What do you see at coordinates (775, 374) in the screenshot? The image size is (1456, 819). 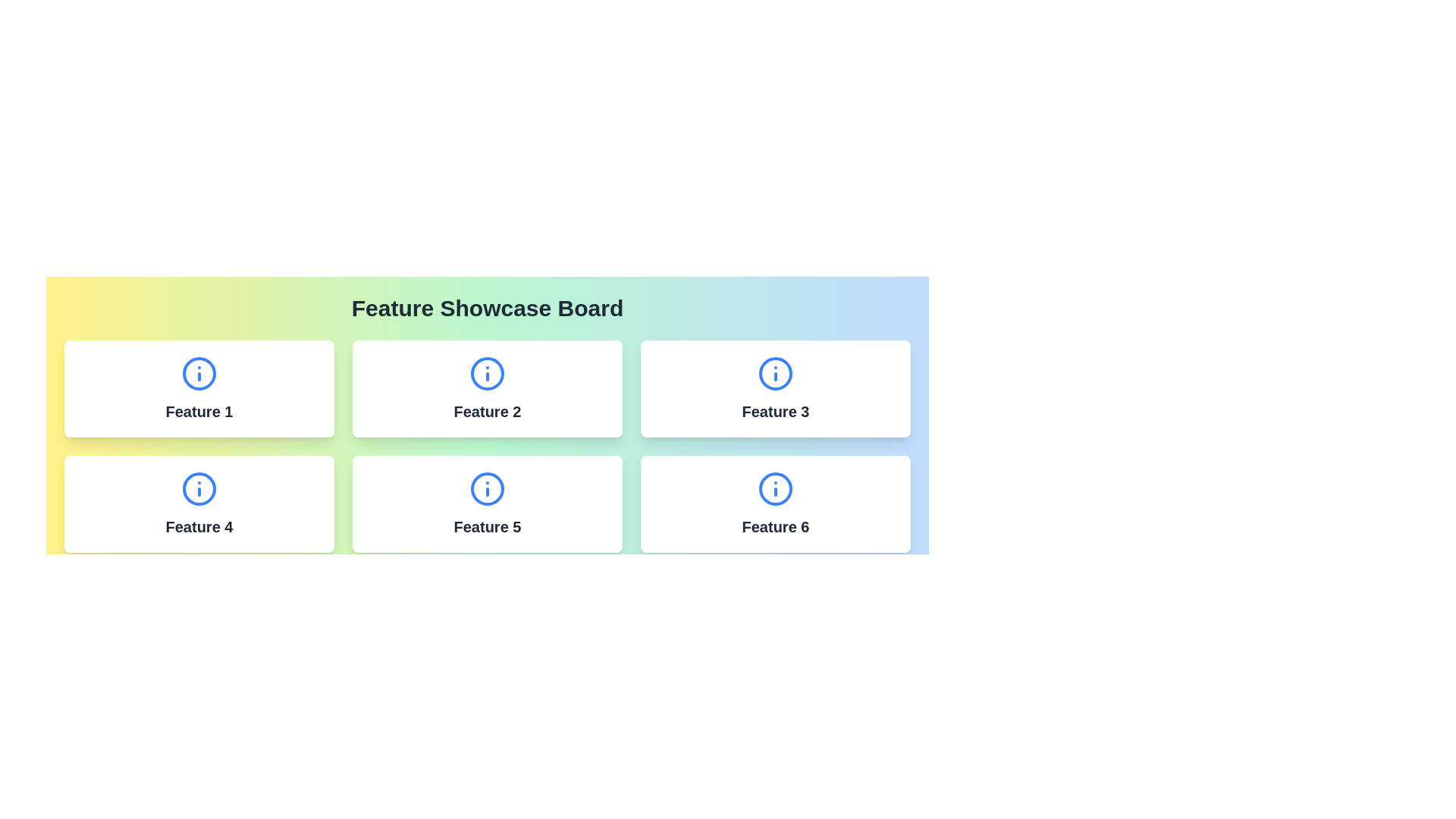 I see `the circular blue information icon located at the top-center of the card titled 'Feature 3', which is positioned in the top row, third from the left in a grid layout` at bounding box center [775, 374].